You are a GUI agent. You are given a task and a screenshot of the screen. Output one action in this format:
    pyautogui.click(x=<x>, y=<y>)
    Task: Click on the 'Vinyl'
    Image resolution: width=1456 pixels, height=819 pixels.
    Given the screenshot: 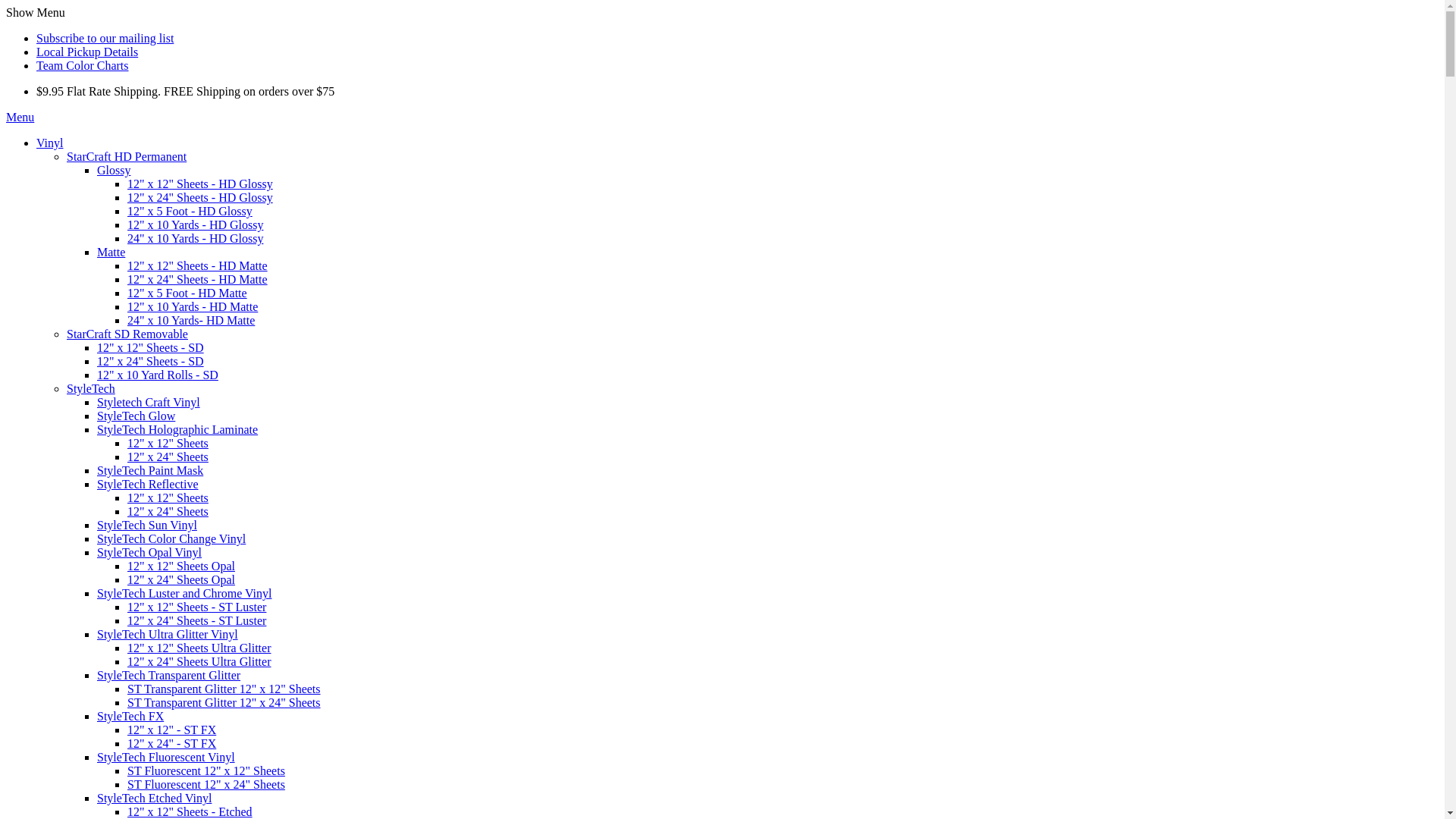 What is the action you would take?
    pyautogui.click(x=49, y=143)
    